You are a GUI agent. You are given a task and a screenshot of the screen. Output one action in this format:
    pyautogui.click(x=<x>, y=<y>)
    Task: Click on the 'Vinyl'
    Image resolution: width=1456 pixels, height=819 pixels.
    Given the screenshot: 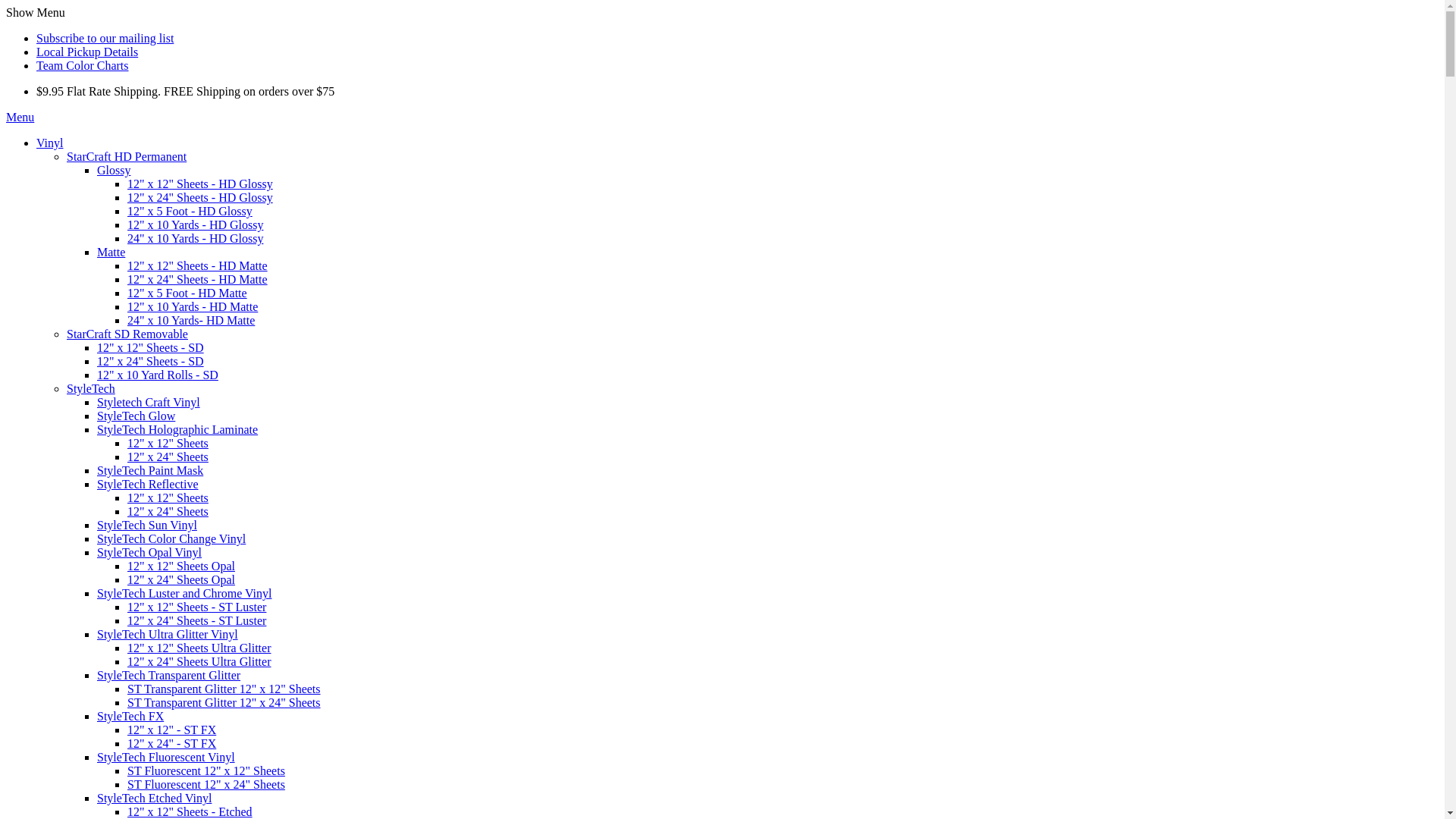 What is the action you would take?
    pyautogui.click(x=49, y=143)
    